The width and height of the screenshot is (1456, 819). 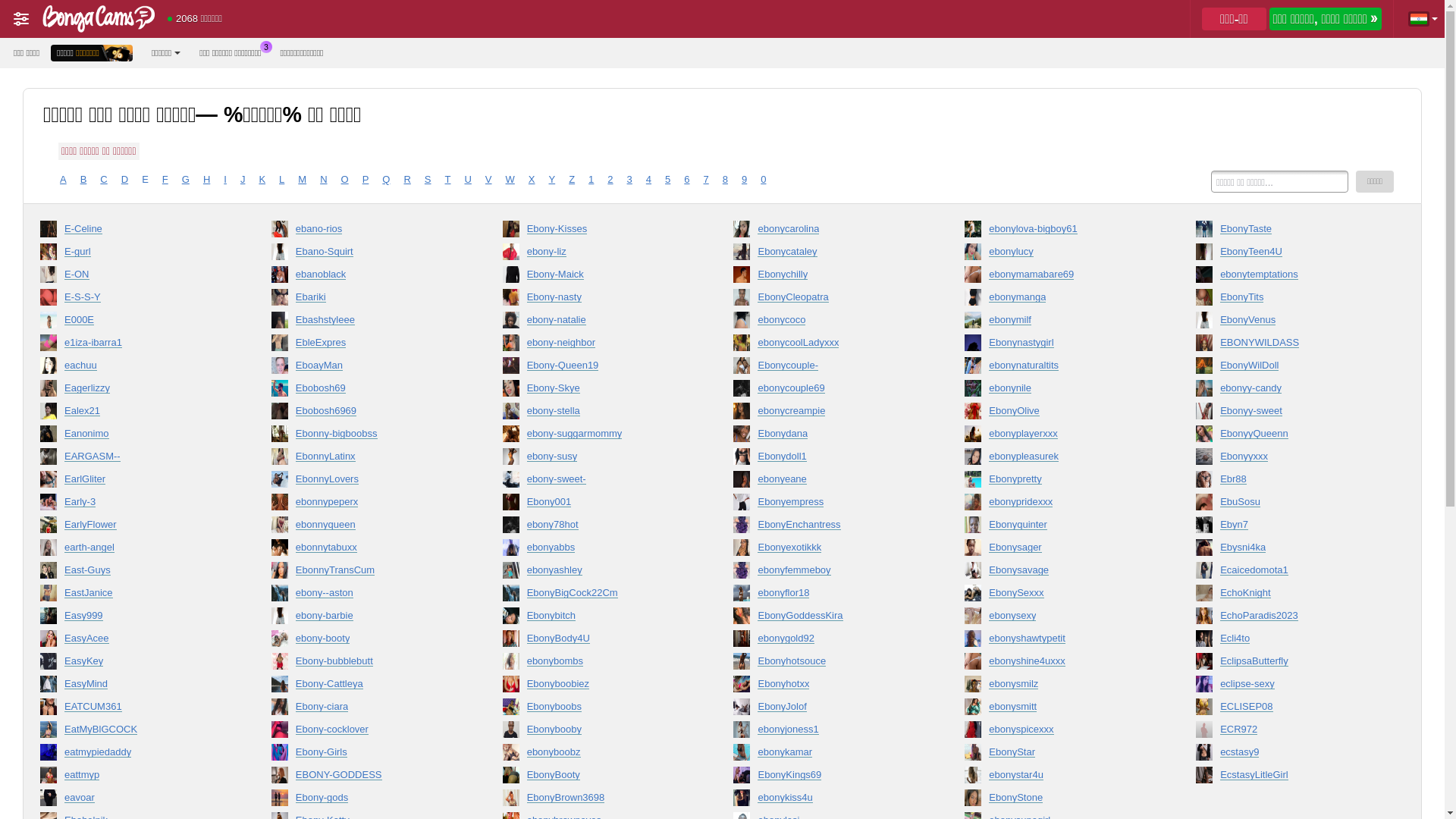 I want to click on 'Ebonydana', so click(x=733, y=436).